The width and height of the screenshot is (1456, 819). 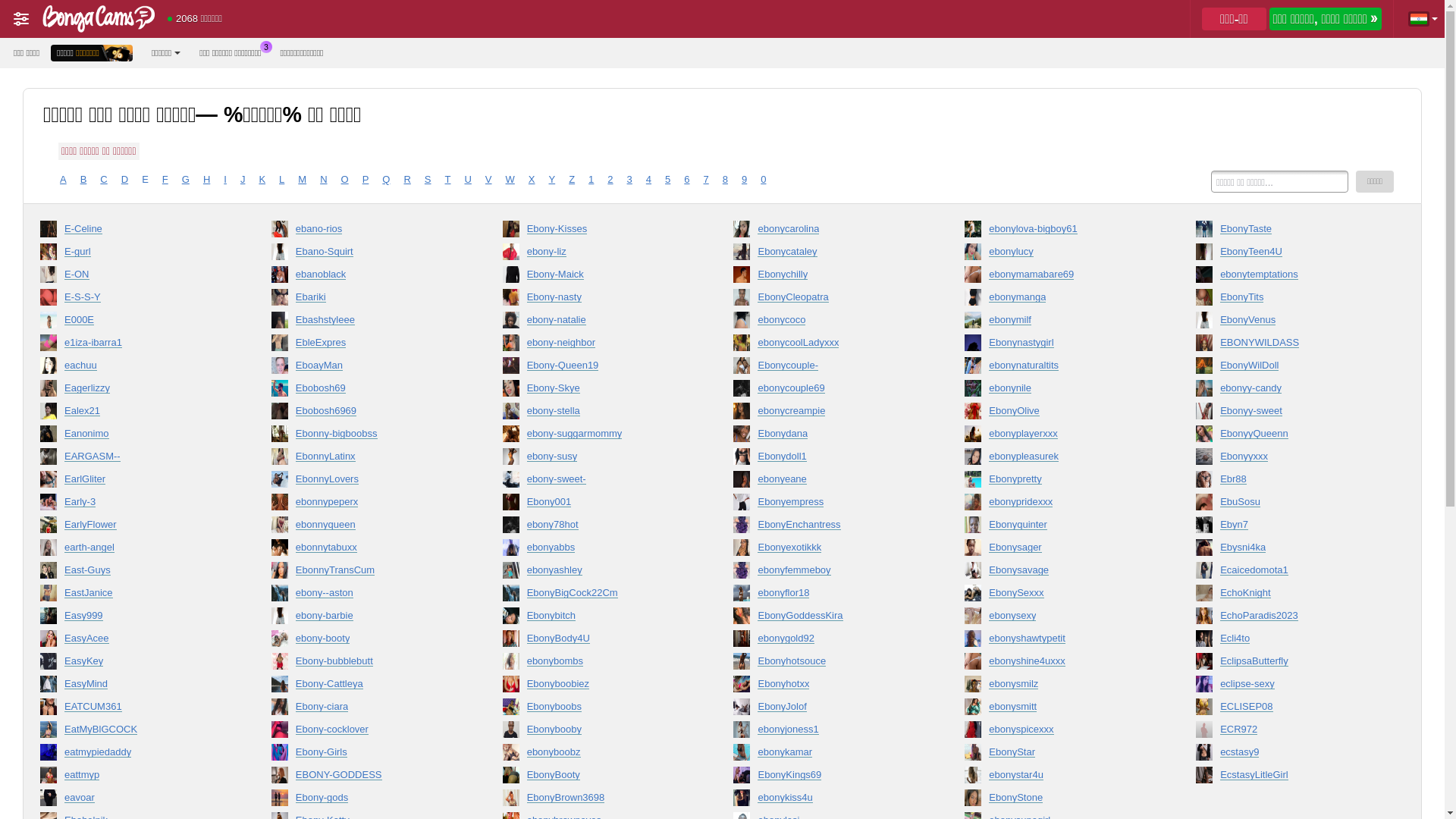 I want to click on 'Ebonydana', so click(x=733, y=436).